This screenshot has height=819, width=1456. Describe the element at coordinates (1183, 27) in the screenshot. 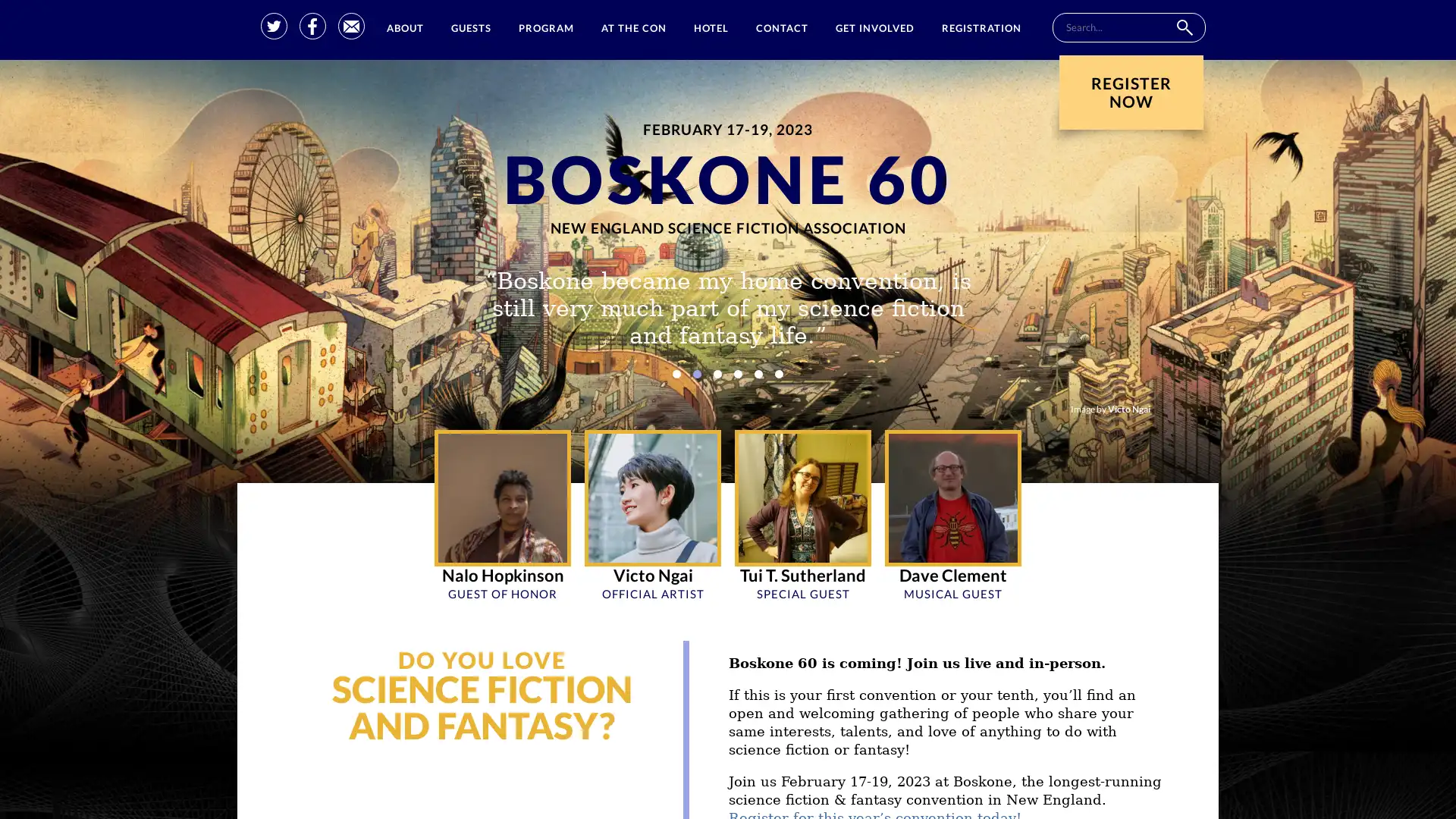

I see `Search` at that location.